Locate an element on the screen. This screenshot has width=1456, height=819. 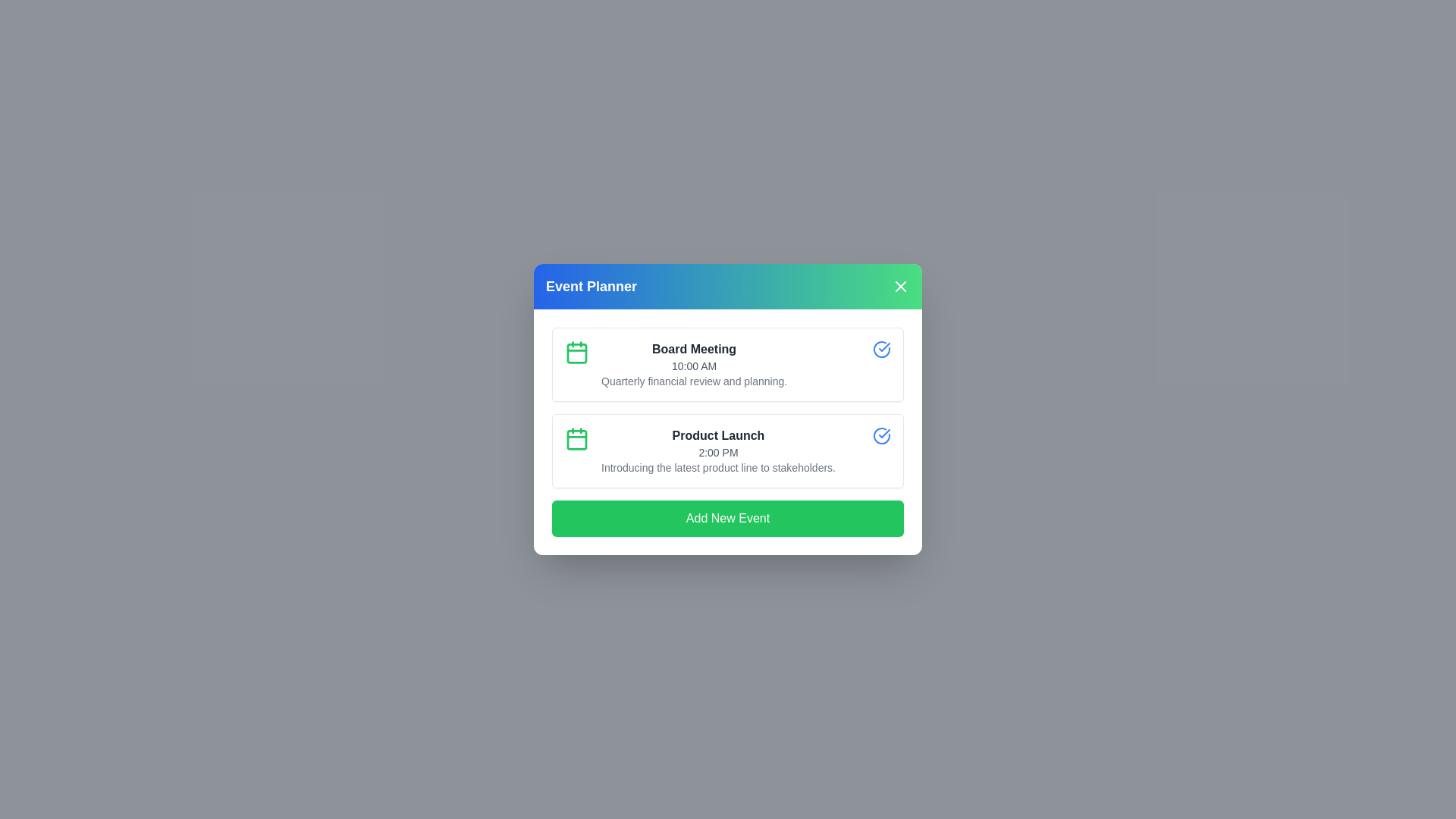
the calendar icon with a green outline located on the left side of the 'Product Launch' entry in the 'Event Planner' interface is located at coordinates (576, 438).